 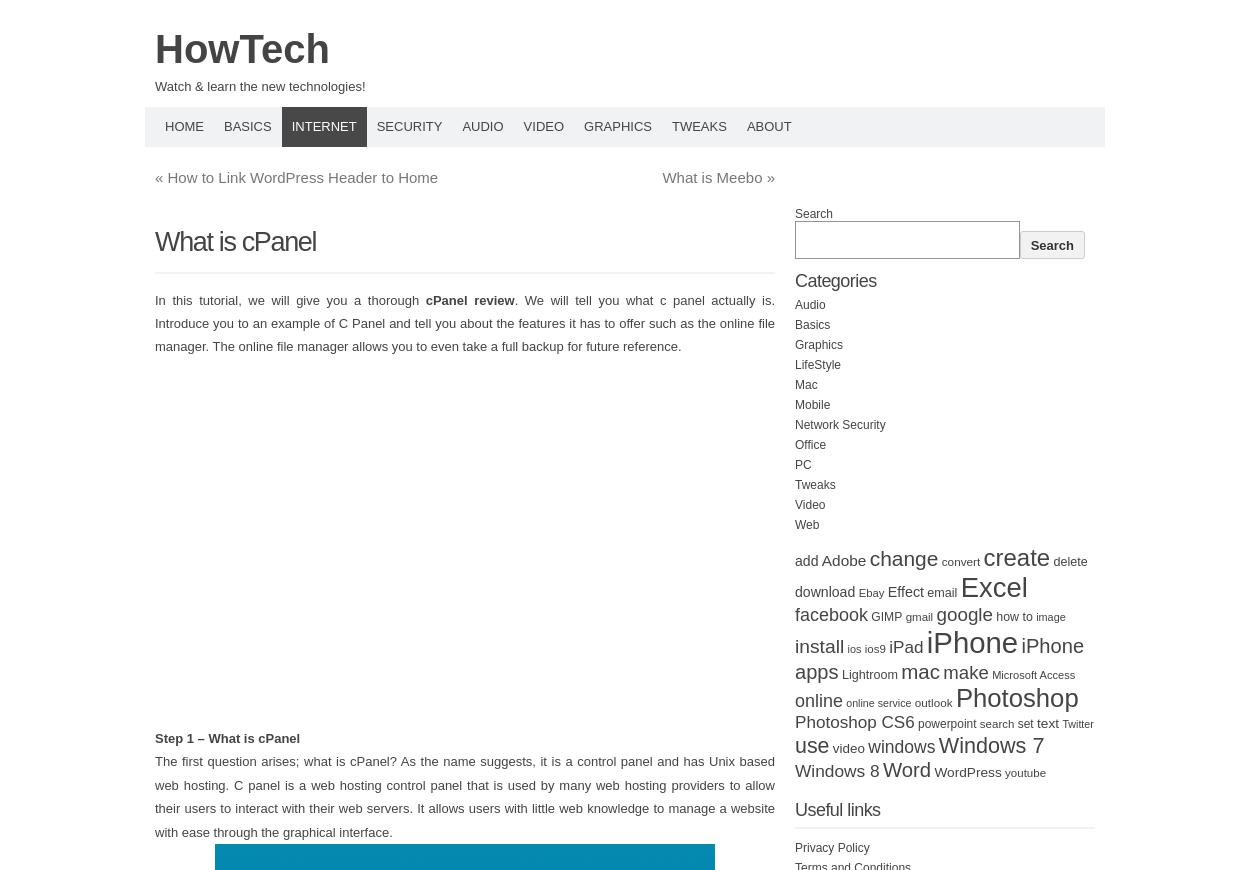 What do you see at coordinates (868, 675) in the screenshot?
I see `'Lightroom'` at bounding box center [868, 675].